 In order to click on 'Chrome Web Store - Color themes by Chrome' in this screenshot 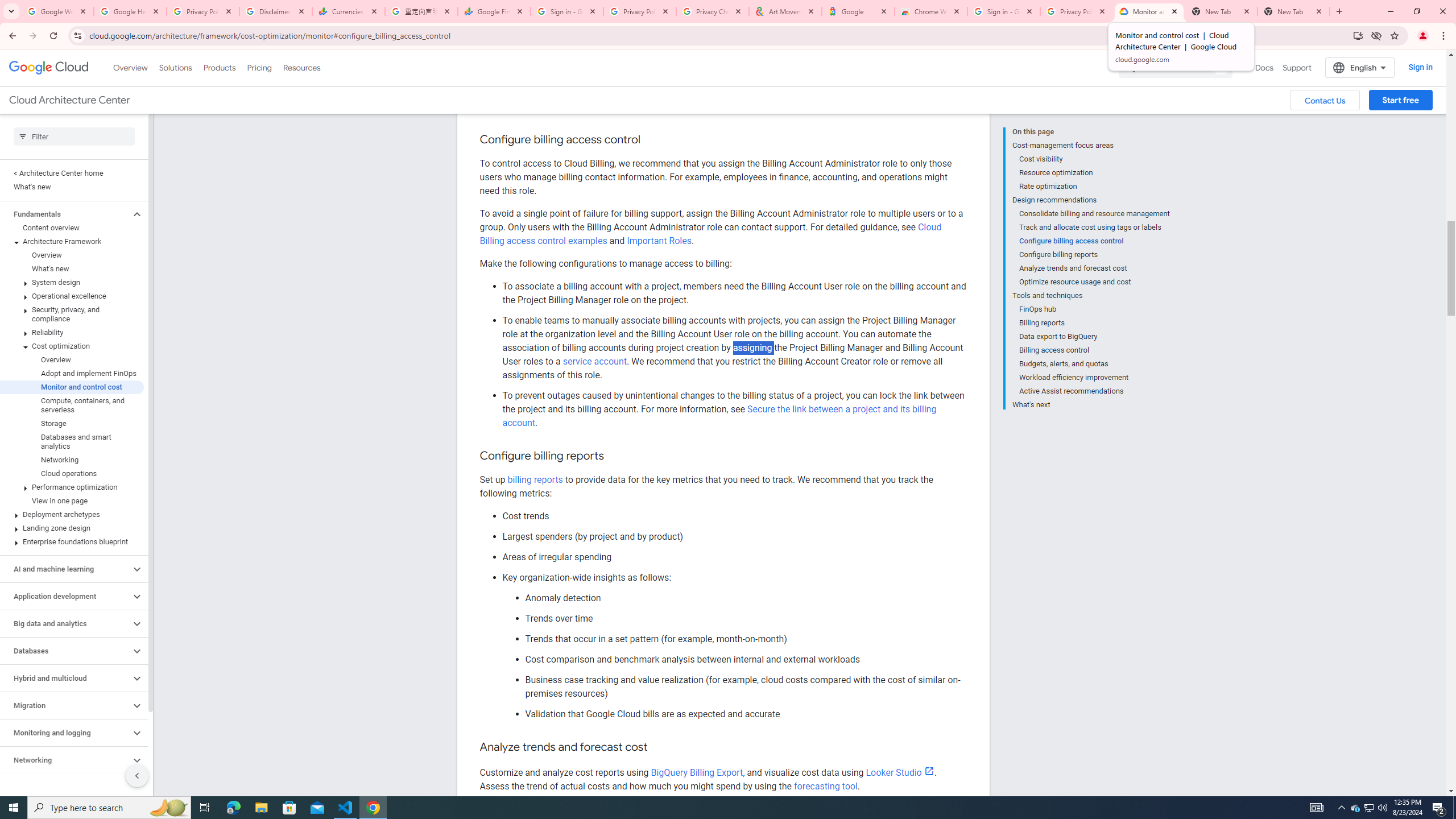, I will do `click(930, 11)`.